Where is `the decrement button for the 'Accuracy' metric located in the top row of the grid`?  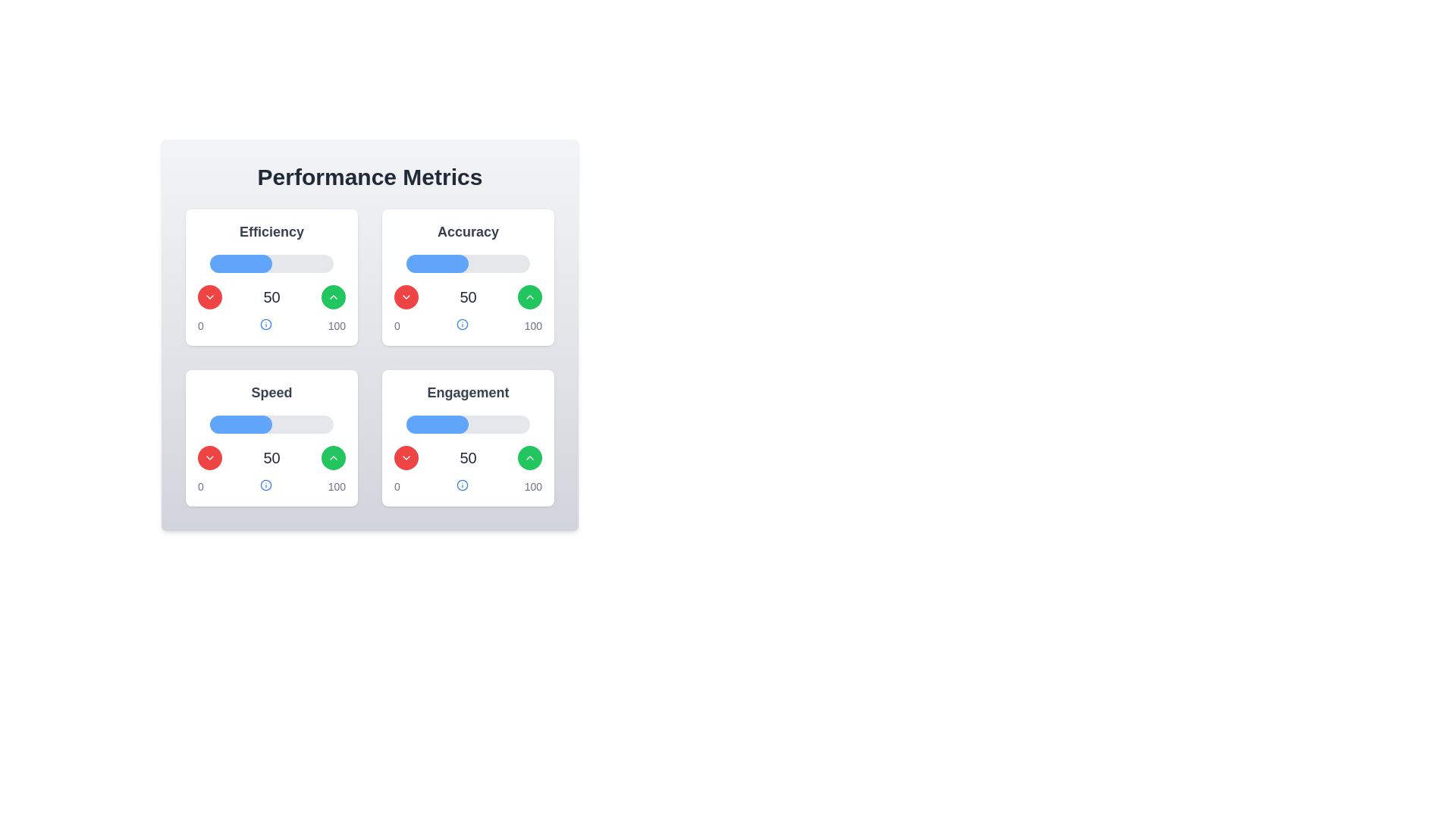
the decrement button for the 'Accuracy' metric located in the top row of the grid is located at coordinates (406, 297).